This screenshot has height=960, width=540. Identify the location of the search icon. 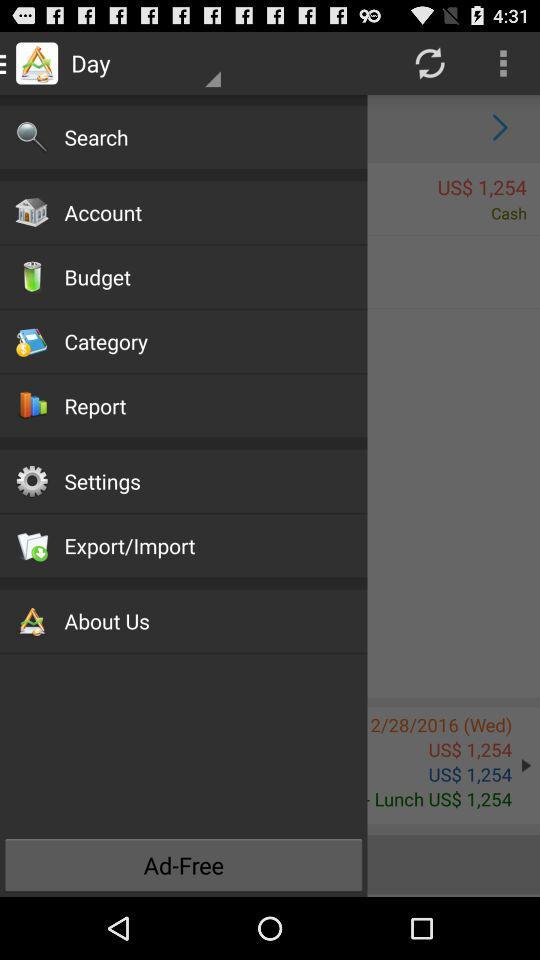
(39, 135).